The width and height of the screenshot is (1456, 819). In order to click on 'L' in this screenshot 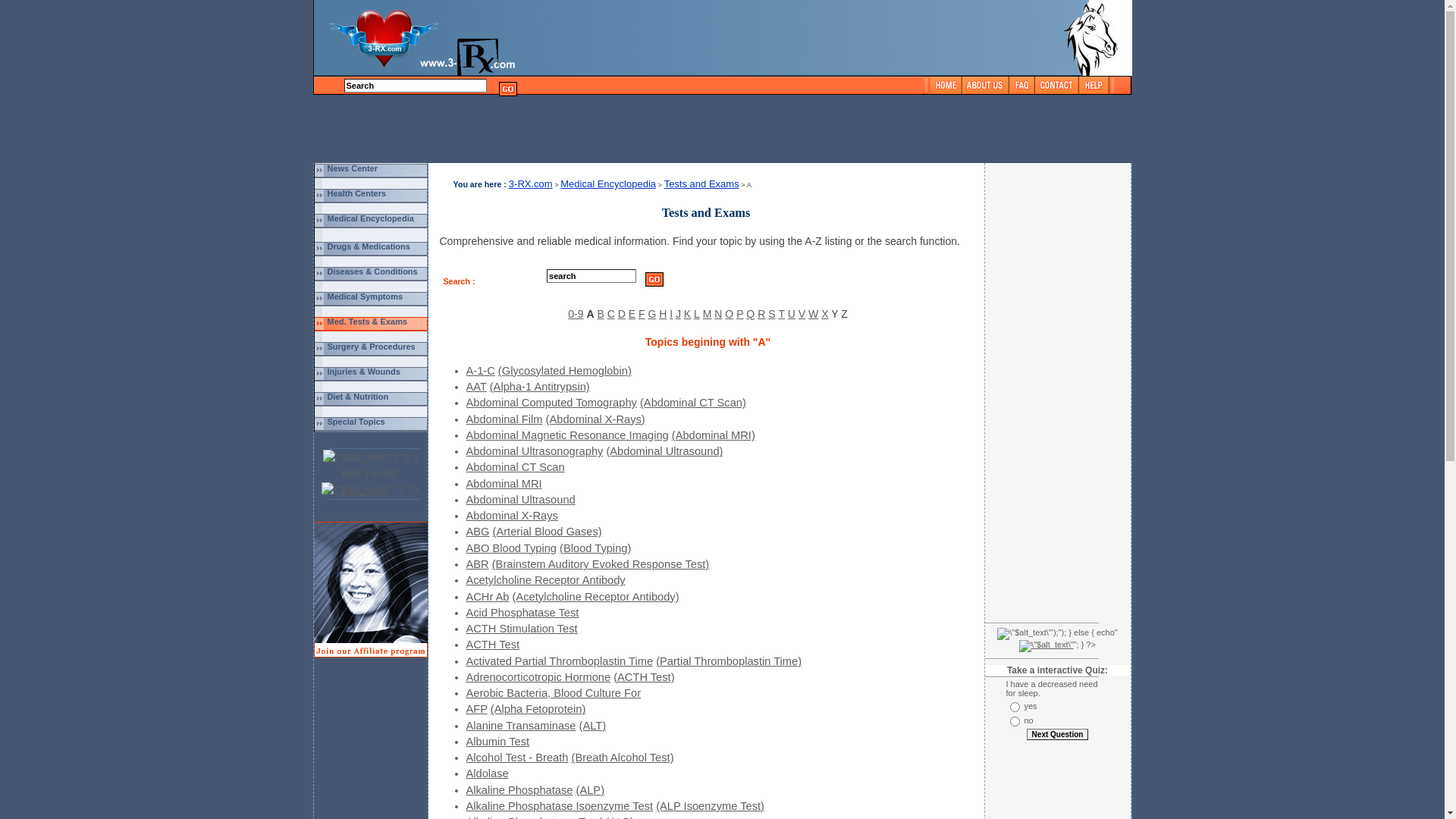, I will do `click(695, 312)`.